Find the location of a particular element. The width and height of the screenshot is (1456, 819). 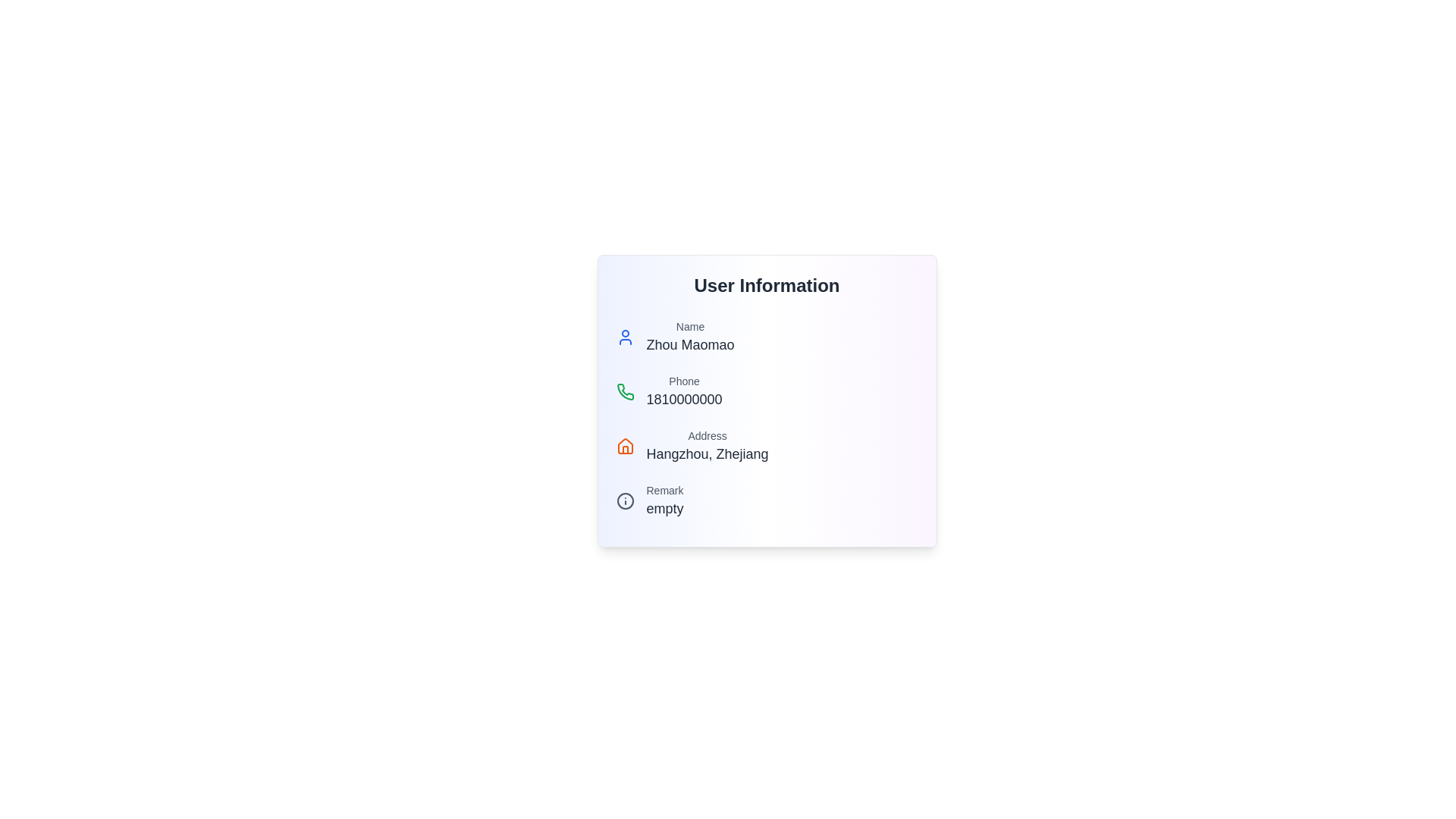

the Address information display element, which is the third item in a vertical list of user information is located at coordinates (767, 446).